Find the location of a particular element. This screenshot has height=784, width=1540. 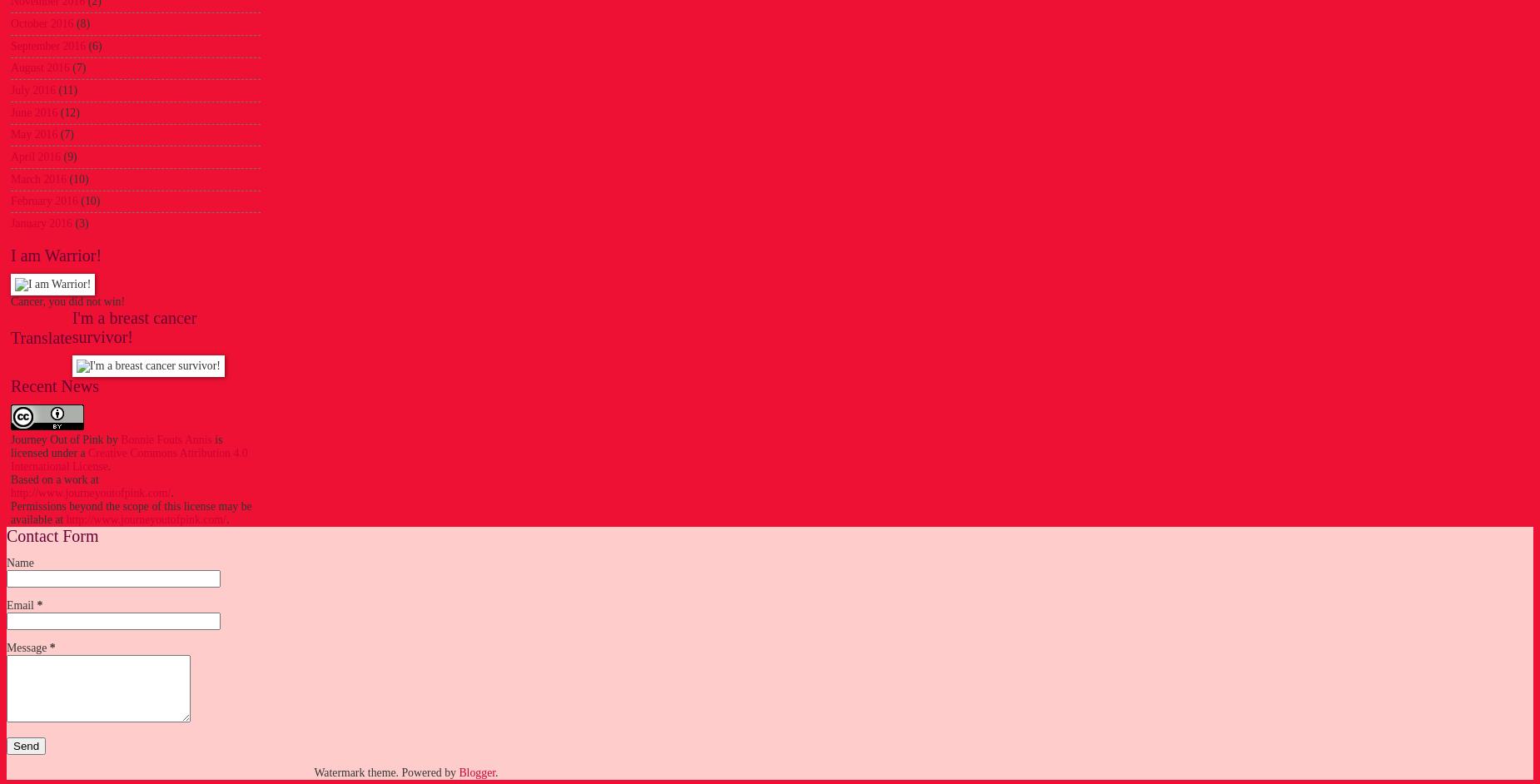

'April 2016' is located at coordinates (34, 156).